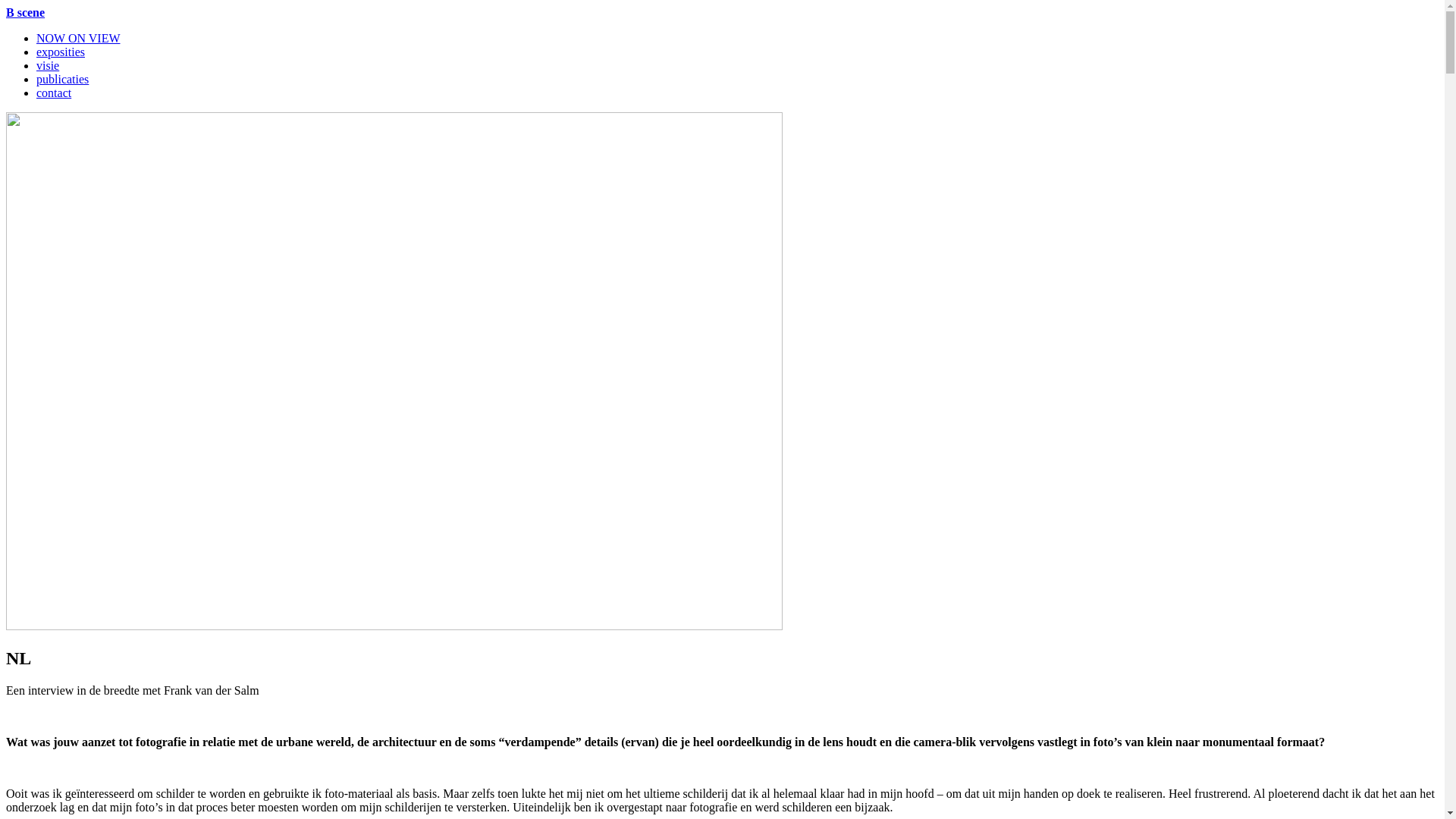 This screenshot has width=1456, height=819. What do you see at coordinates (36, 37) in the screenshot?
I see `'NOW ON VIEW'` at bounding box center [36, 37].